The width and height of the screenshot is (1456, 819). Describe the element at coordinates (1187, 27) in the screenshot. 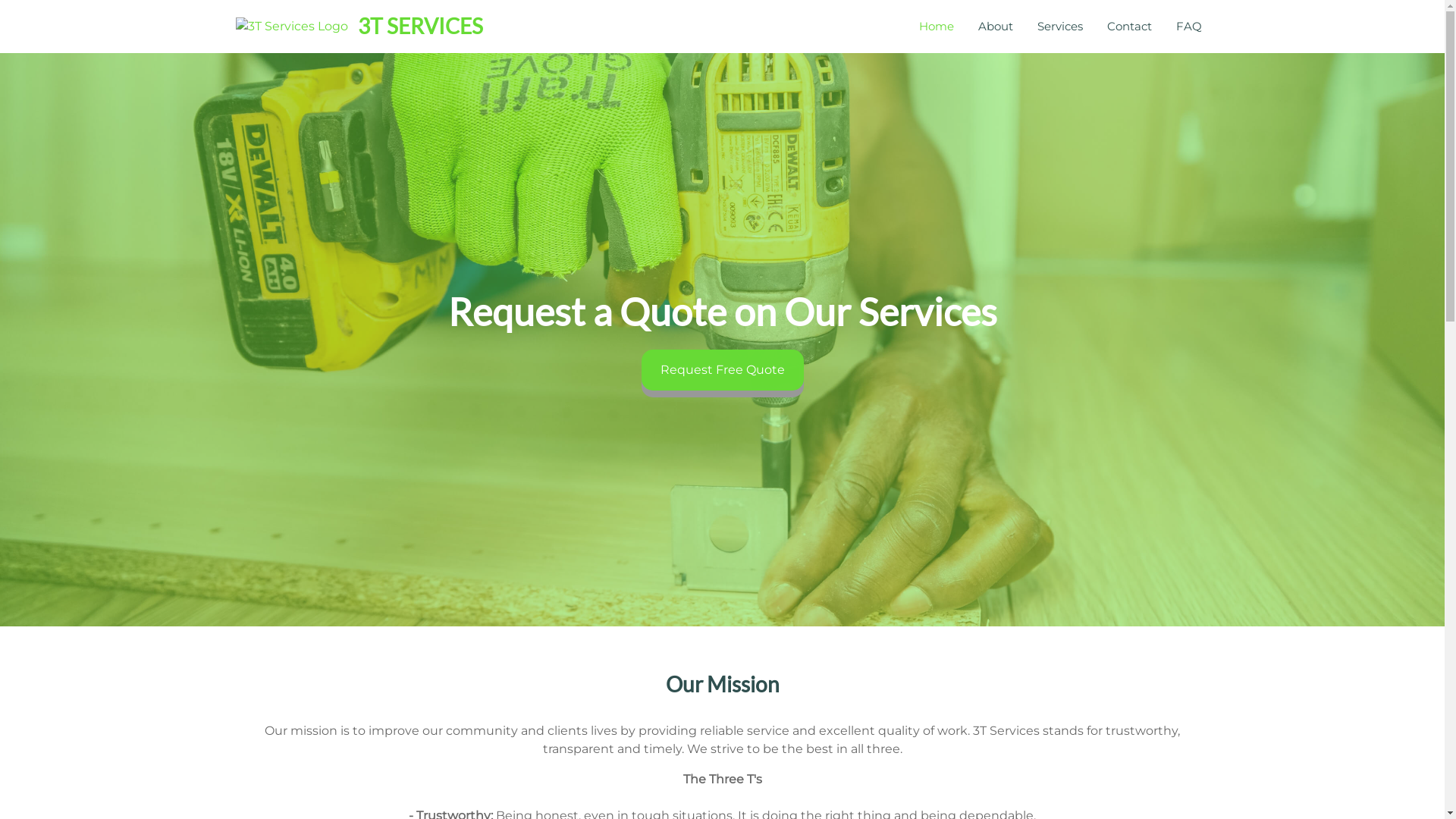

I see `'FAQ'` at that location.